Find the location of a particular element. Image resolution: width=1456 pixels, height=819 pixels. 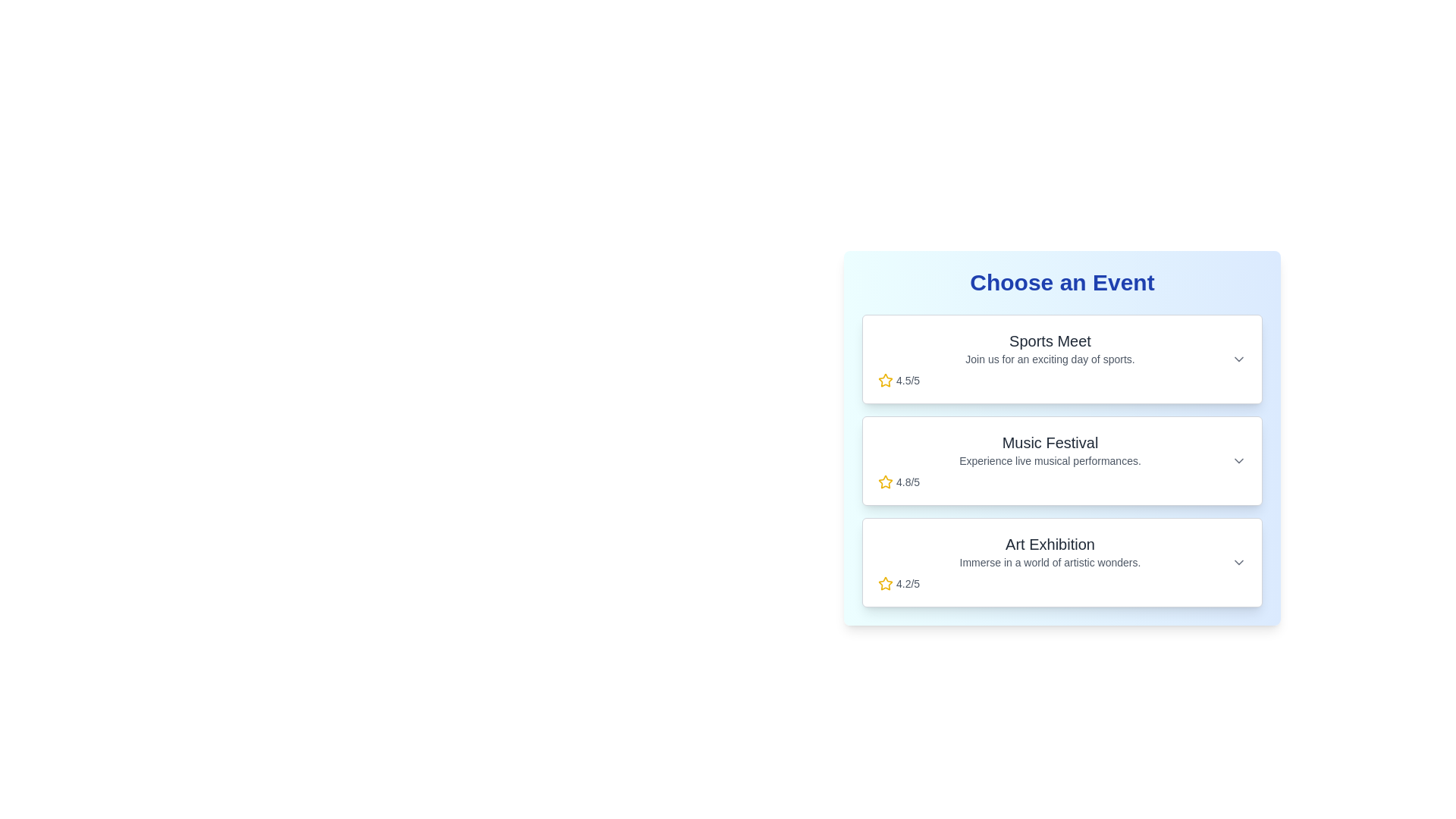

to select the 'Music Festival' interactive card, which features a bold title, a yellow star icon with a rating, and a gray chevron-down icon, located in the 'Choose an Event' section is located at coordinates (1062, 460).